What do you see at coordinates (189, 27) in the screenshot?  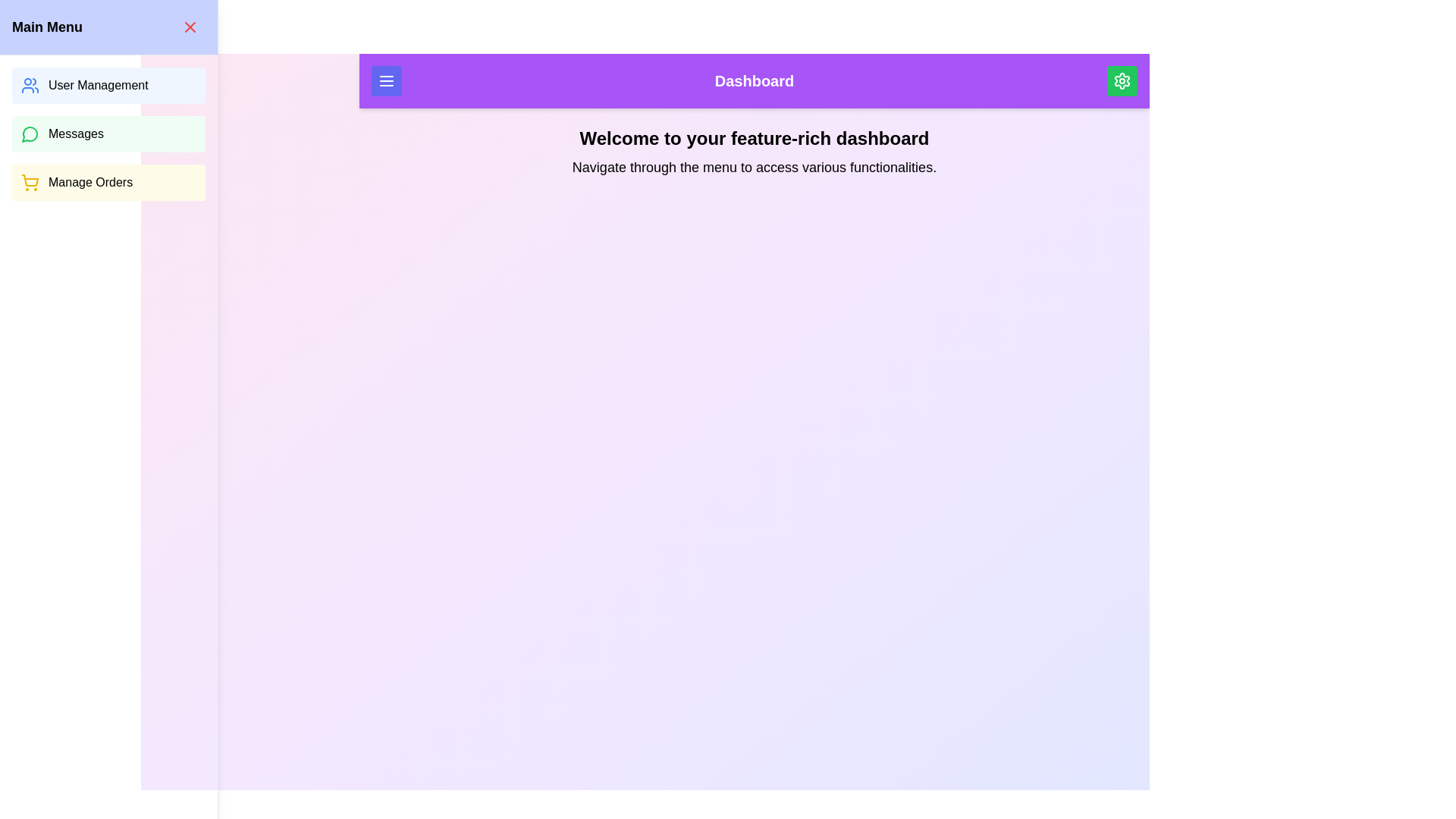 I see `the button located at the top-right corner of the 'Main Menu' header` at bounding box center [189, 27].